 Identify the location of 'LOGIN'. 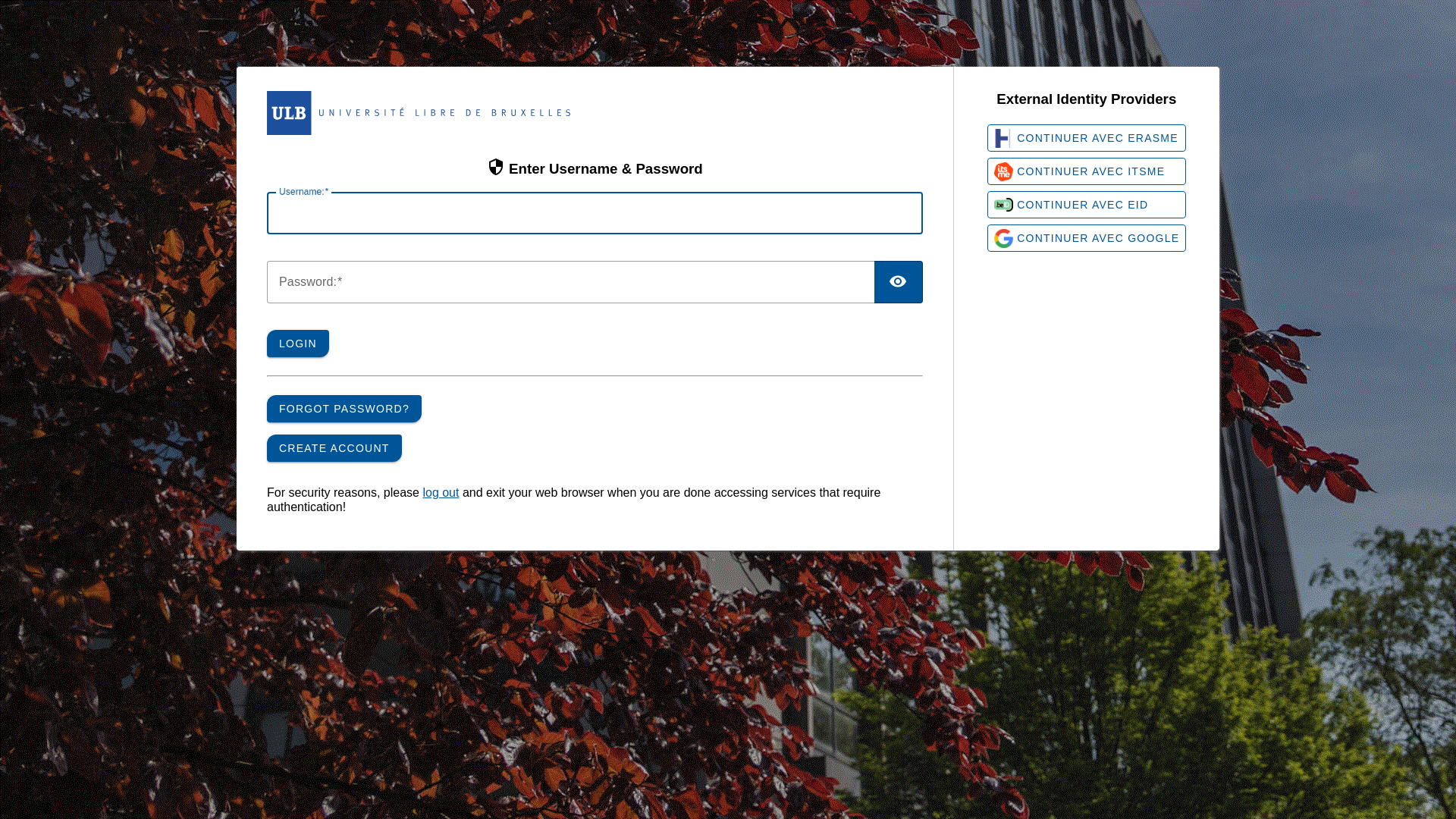
(266, 343).